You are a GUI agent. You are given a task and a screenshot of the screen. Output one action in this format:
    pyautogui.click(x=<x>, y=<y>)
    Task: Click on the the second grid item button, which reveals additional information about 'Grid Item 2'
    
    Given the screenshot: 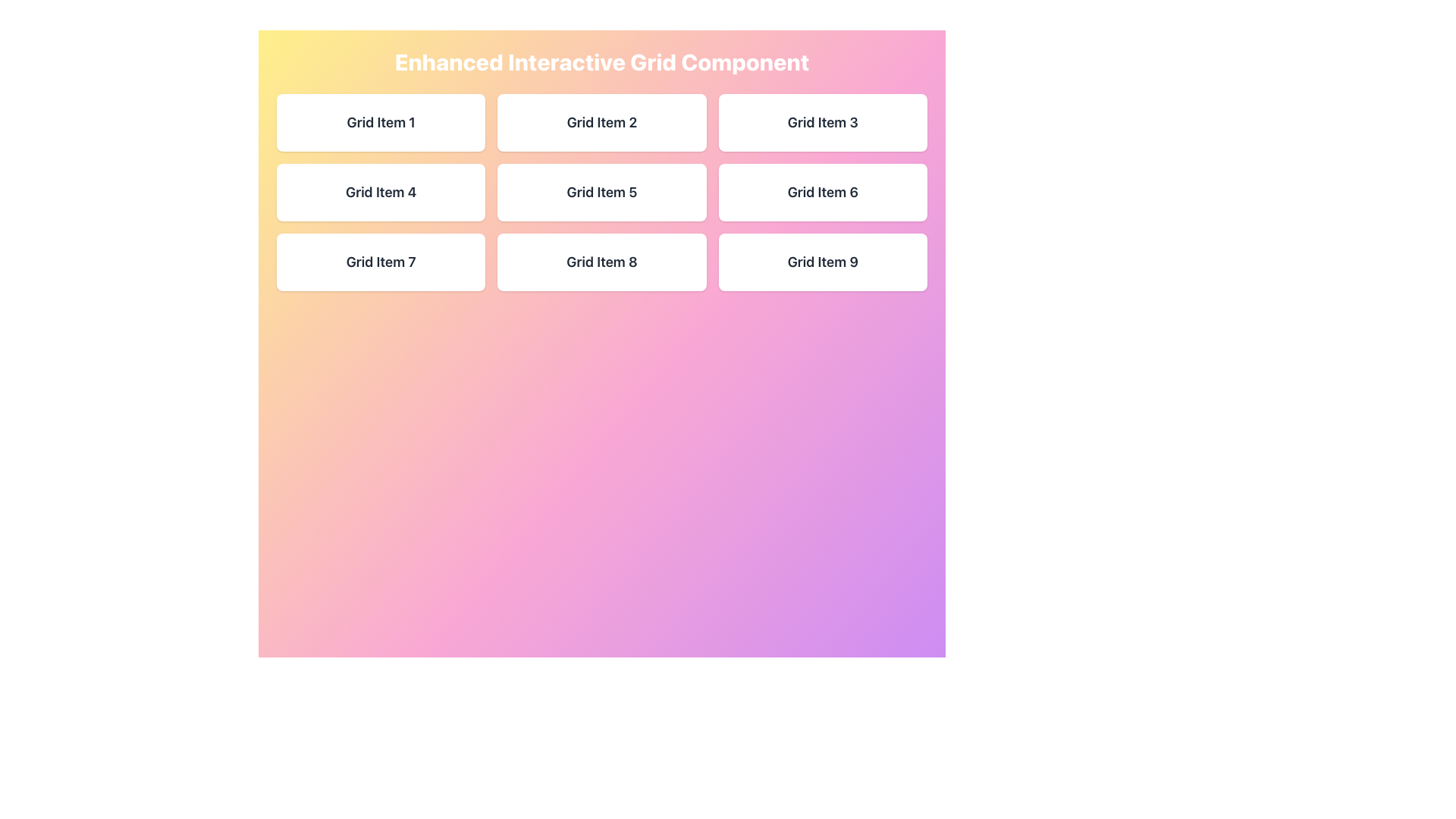 What is the action you would take?
    pyautogui.click(x=601, y=122)
    